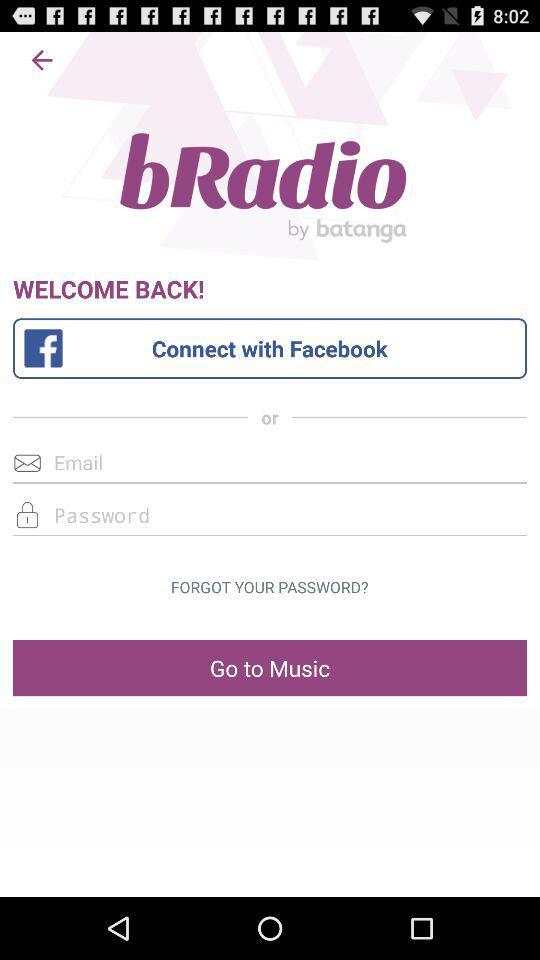  What do you see at coordinates (270, 348) in the screenshot?
I see `connect with facebook` at bounding box center [270, 348].